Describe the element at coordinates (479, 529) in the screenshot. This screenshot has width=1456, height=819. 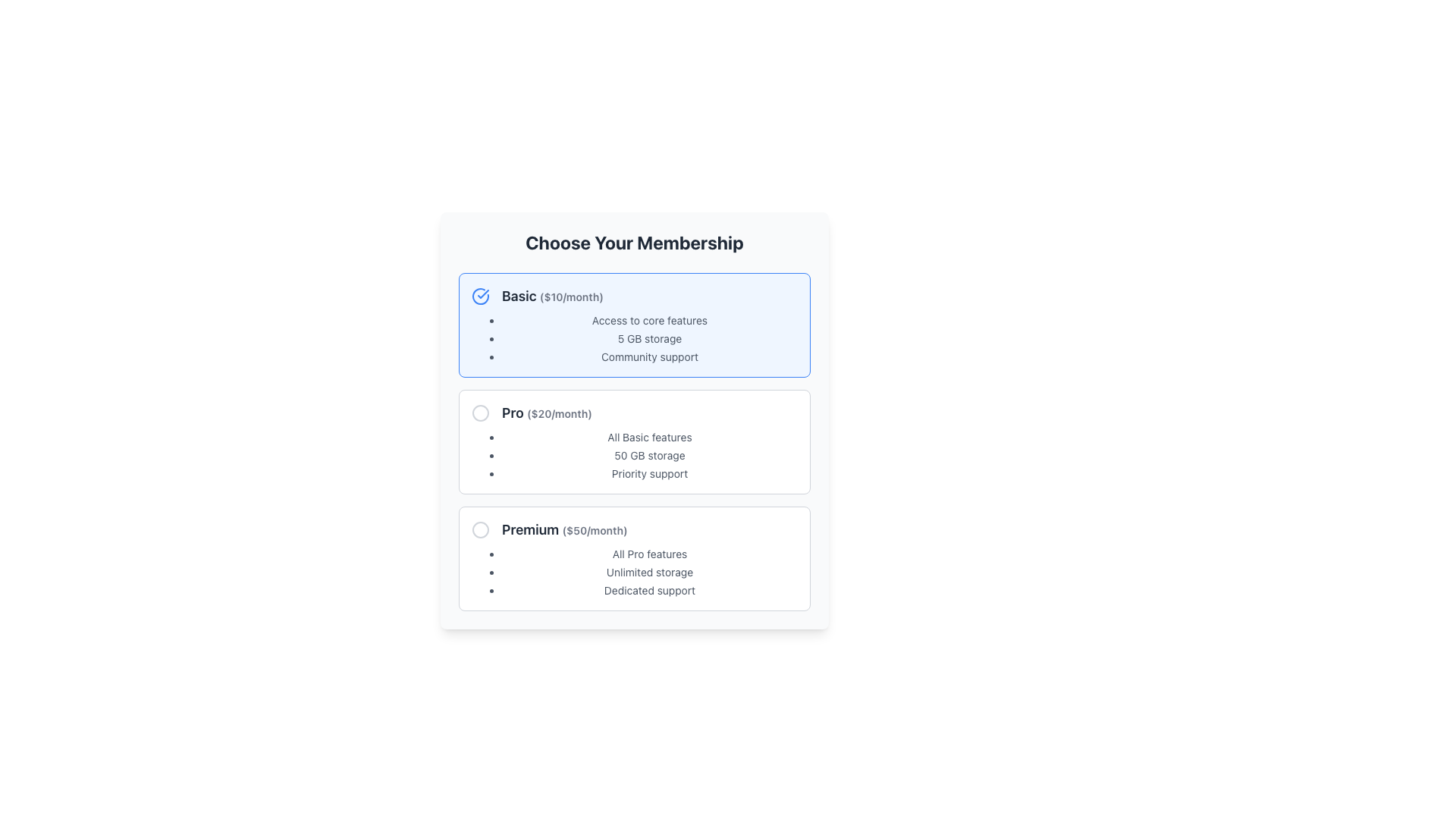
I see `Premium membership icon, which visually indicates the selection or availability state of the subscription option, by using developer tools` at that location.